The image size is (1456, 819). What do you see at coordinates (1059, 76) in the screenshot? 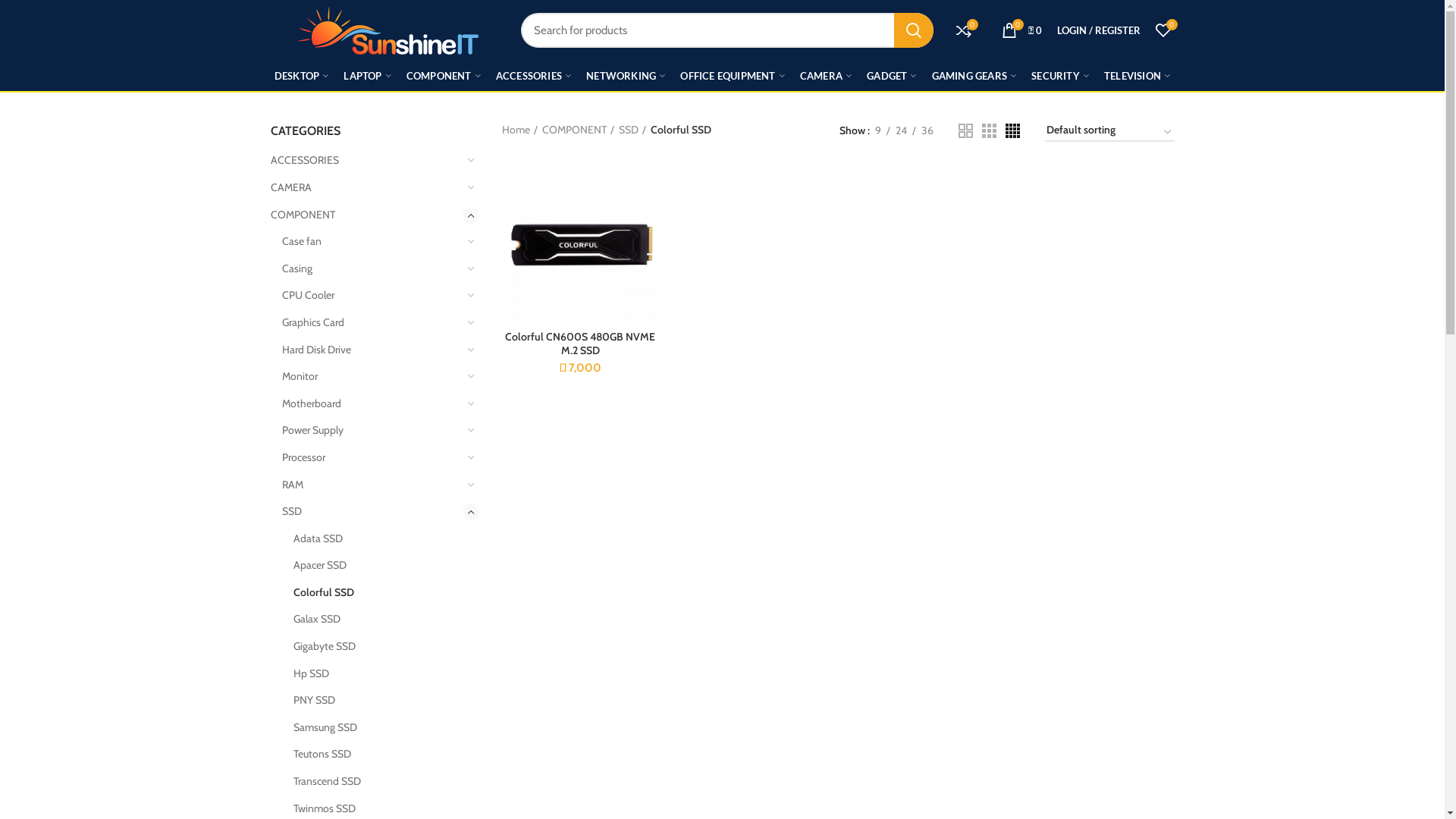
I see `'SECURITY'` at bounding box center [1059, 76].